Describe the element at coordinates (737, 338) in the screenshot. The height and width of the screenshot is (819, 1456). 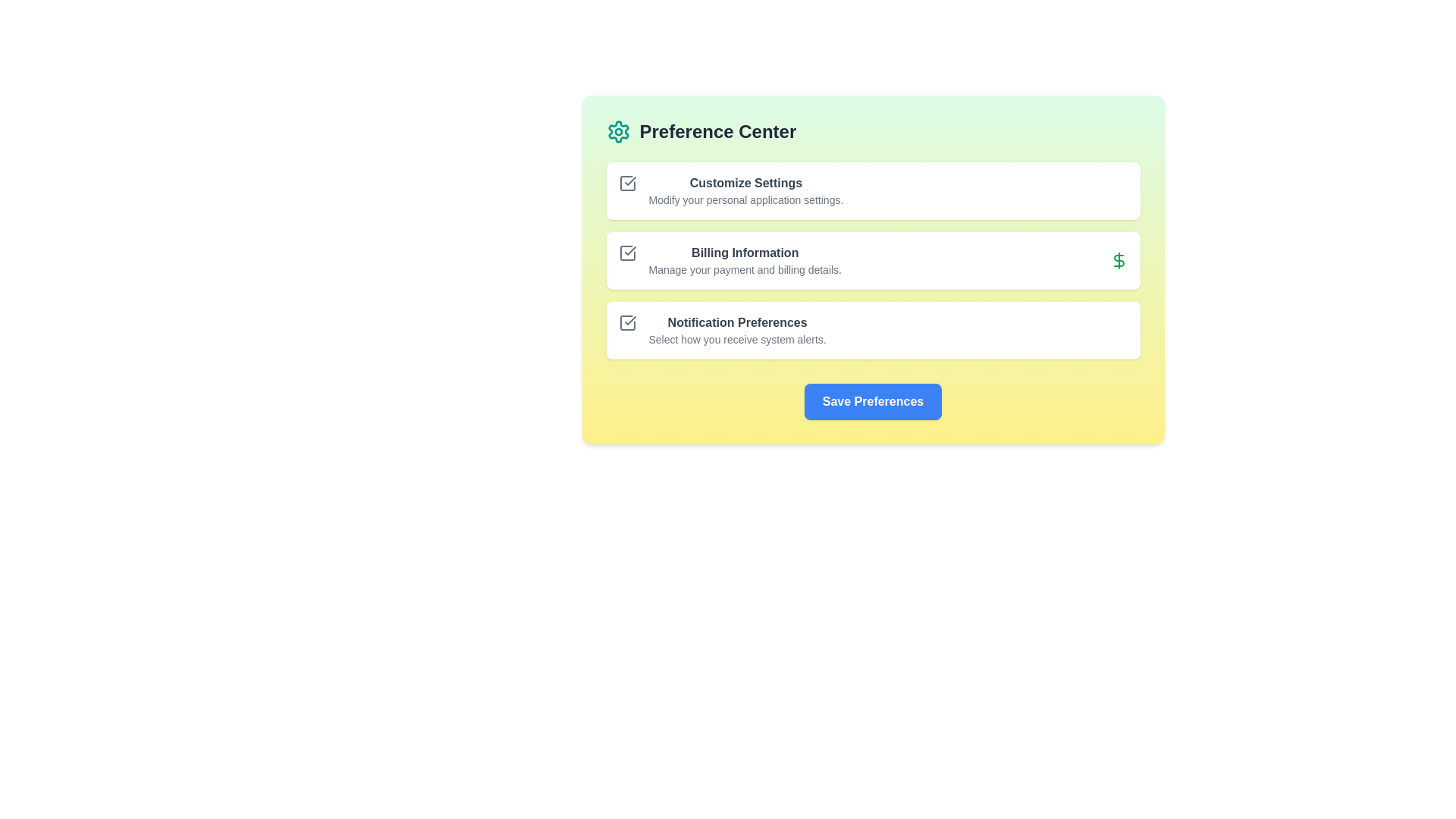
I see `the static informational text that reads 'Select how you receive system alerts.' located beneath the 'Notification Preferences' title in the preference panel` at that location.